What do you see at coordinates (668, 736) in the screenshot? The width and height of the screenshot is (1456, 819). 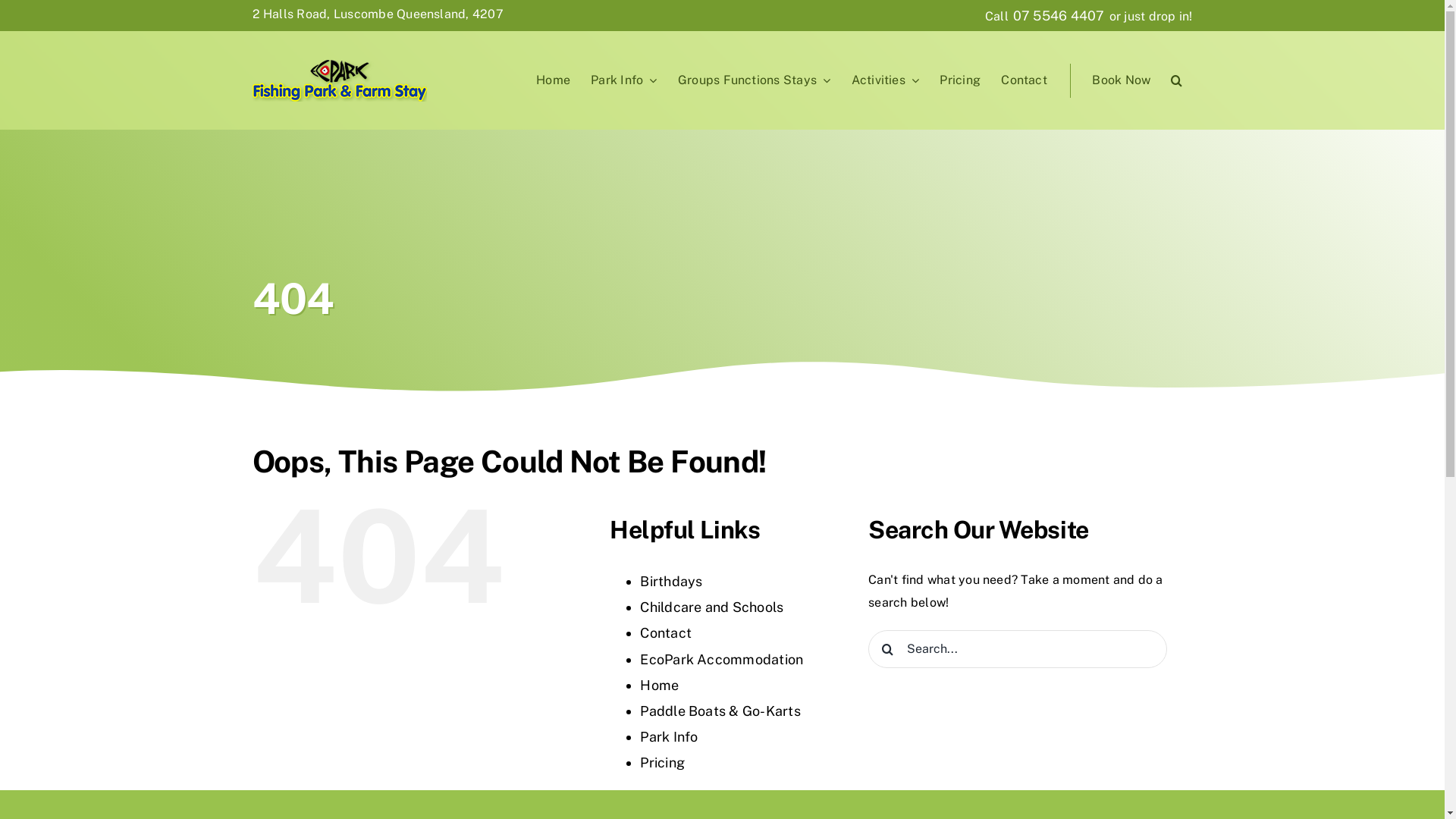 I see `'Park Info'` at bounding box center [668, 736].